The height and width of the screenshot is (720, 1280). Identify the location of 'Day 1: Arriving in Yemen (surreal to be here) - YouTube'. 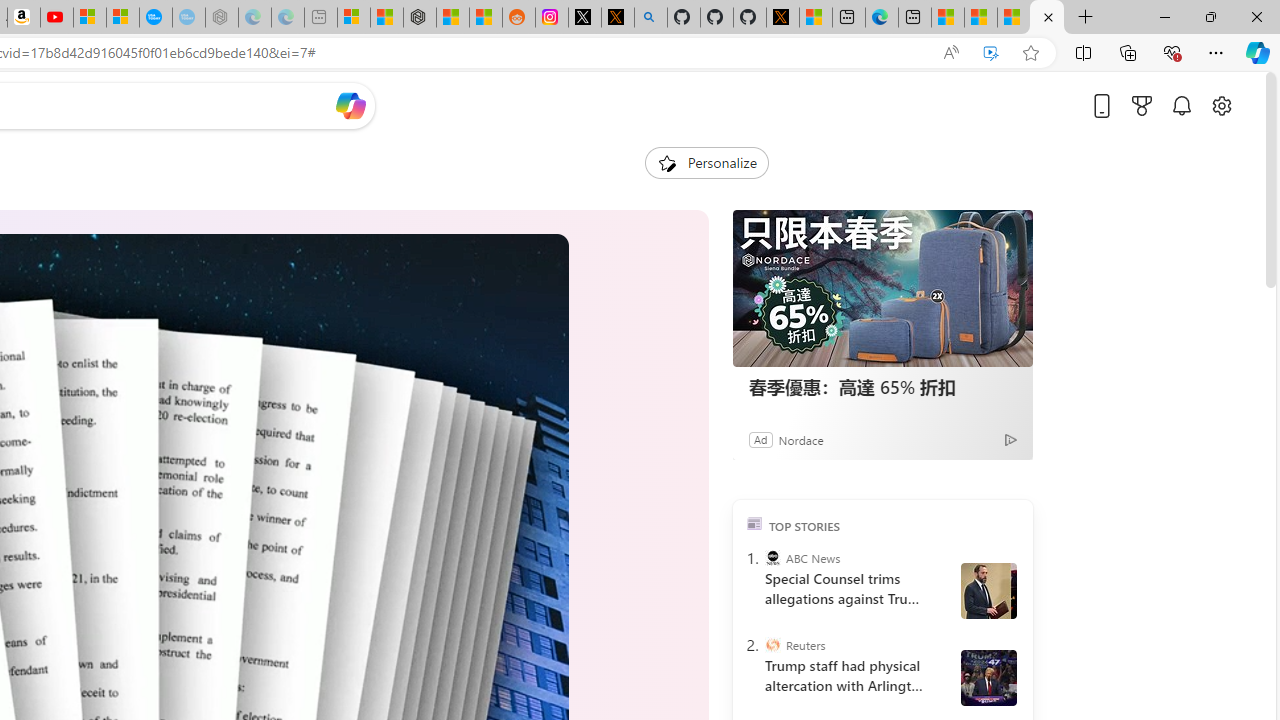
(56, 17).